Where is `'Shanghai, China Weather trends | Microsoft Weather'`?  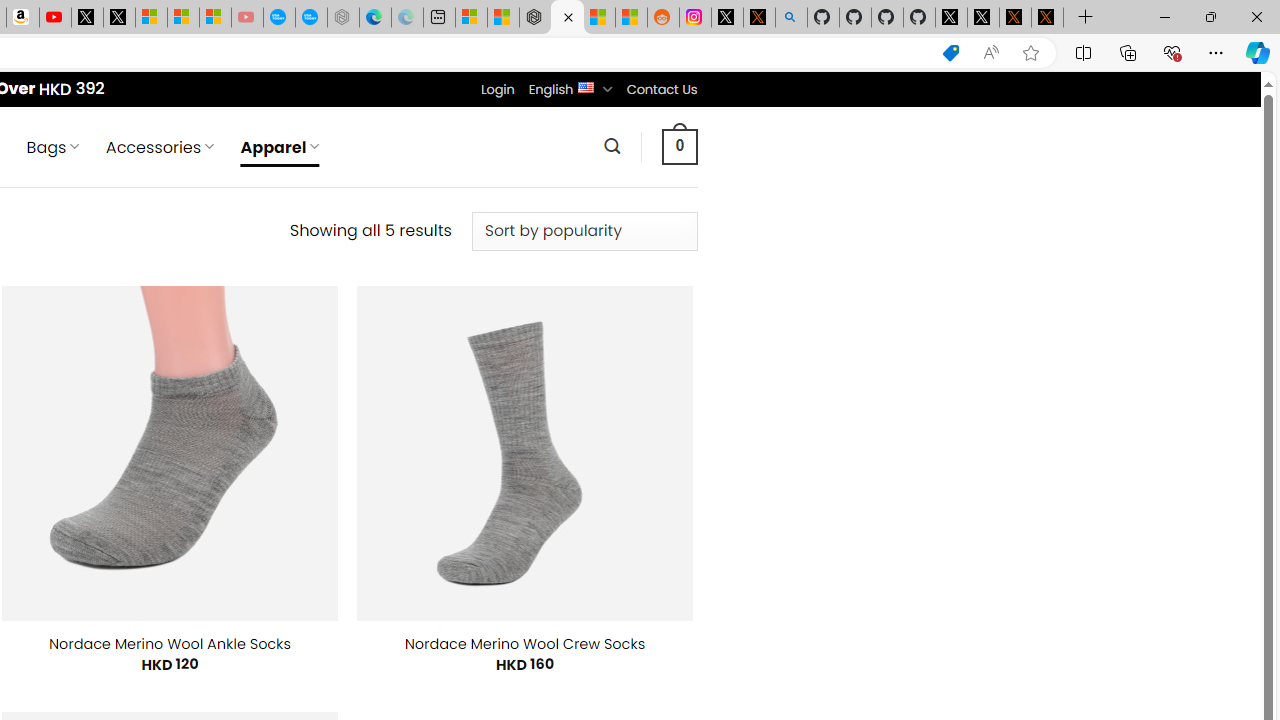 'Shanghai, China Weather trends | Microsoft Weather' is located at coordinates (630, 17).